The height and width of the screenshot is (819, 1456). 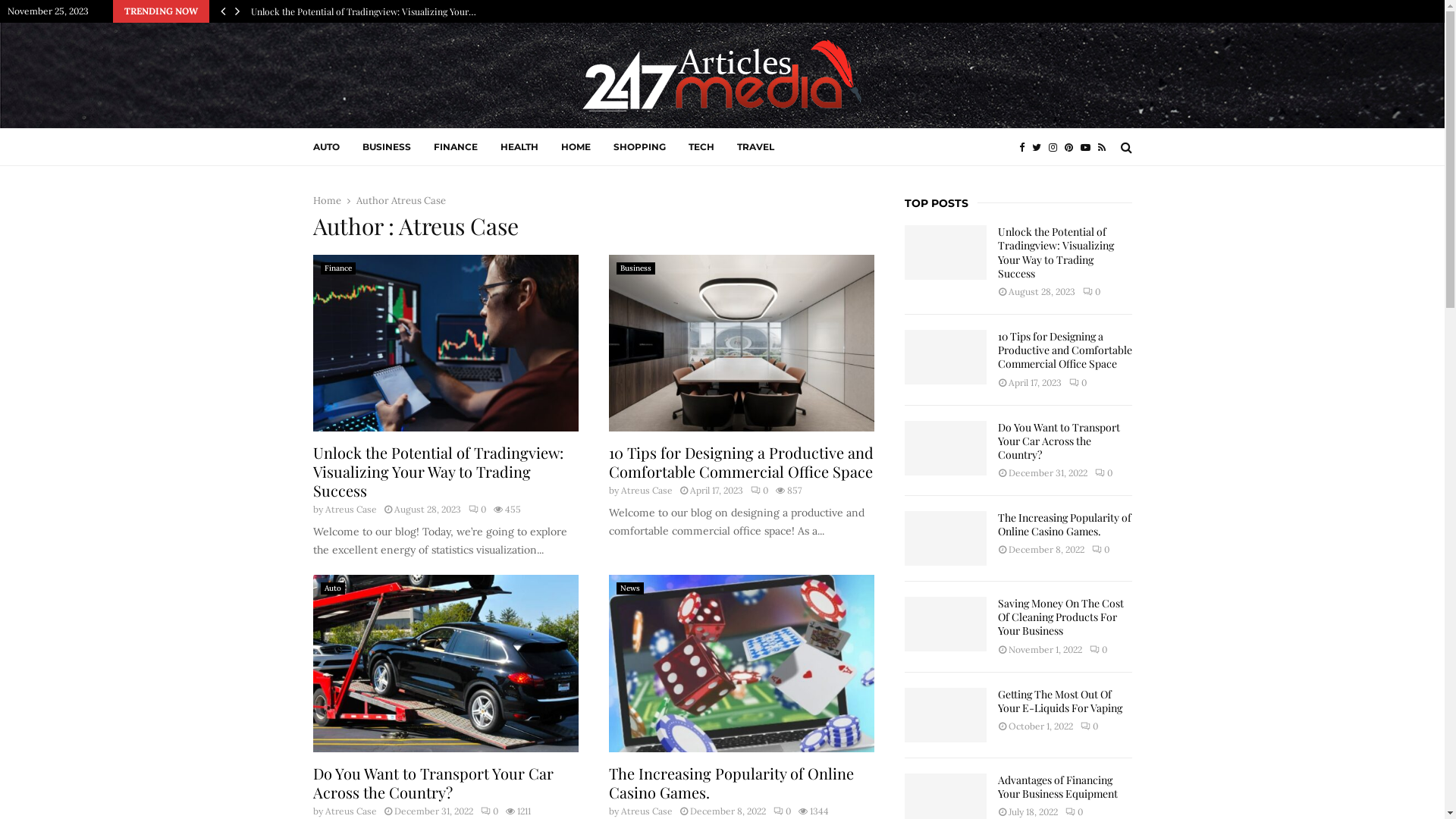 I want to click on 'December 31, 2022', so click(x=432, y=810).